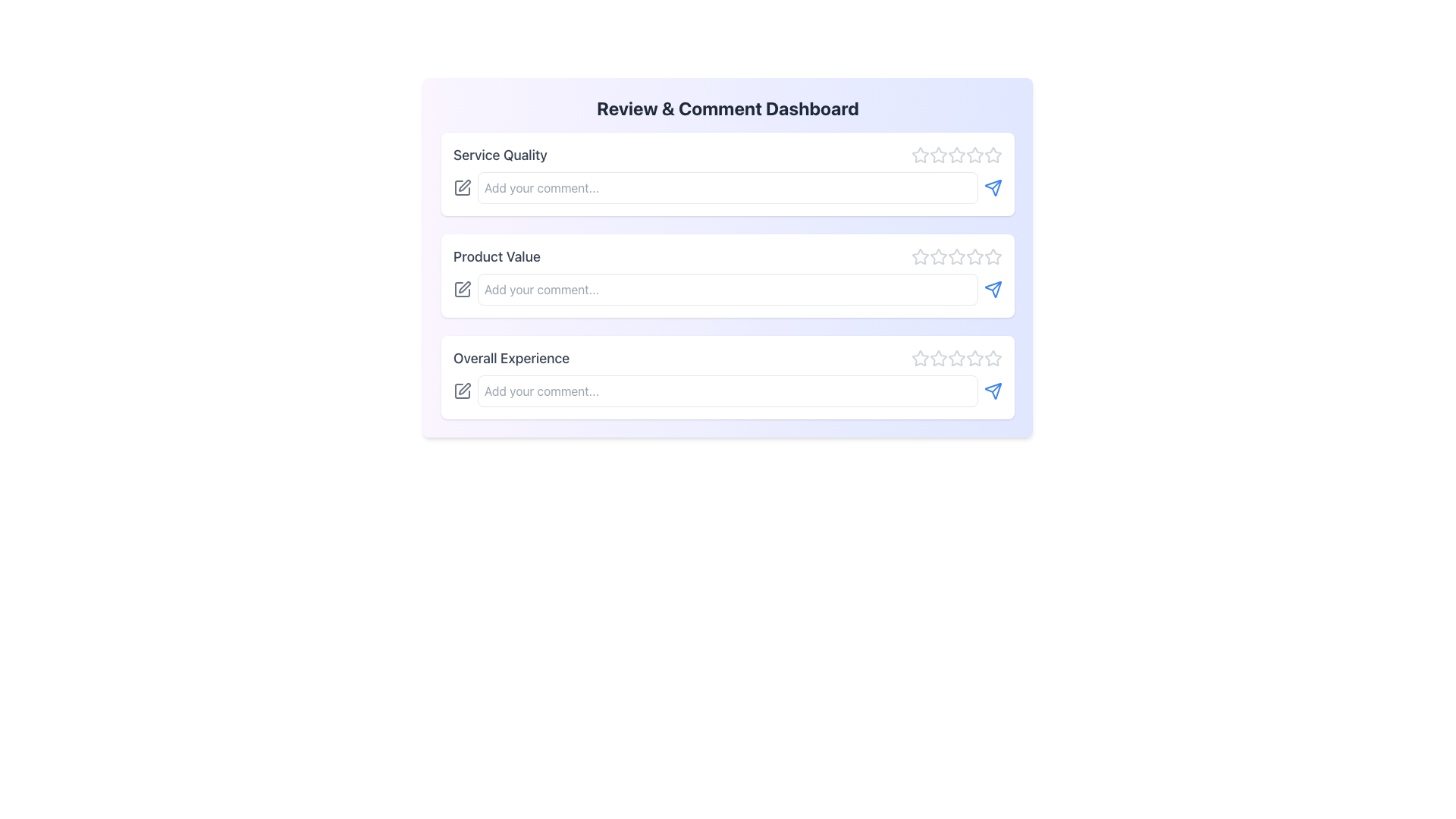  I want to click on the sixth rating star in the 'Product Value' section, so click(975, 256).